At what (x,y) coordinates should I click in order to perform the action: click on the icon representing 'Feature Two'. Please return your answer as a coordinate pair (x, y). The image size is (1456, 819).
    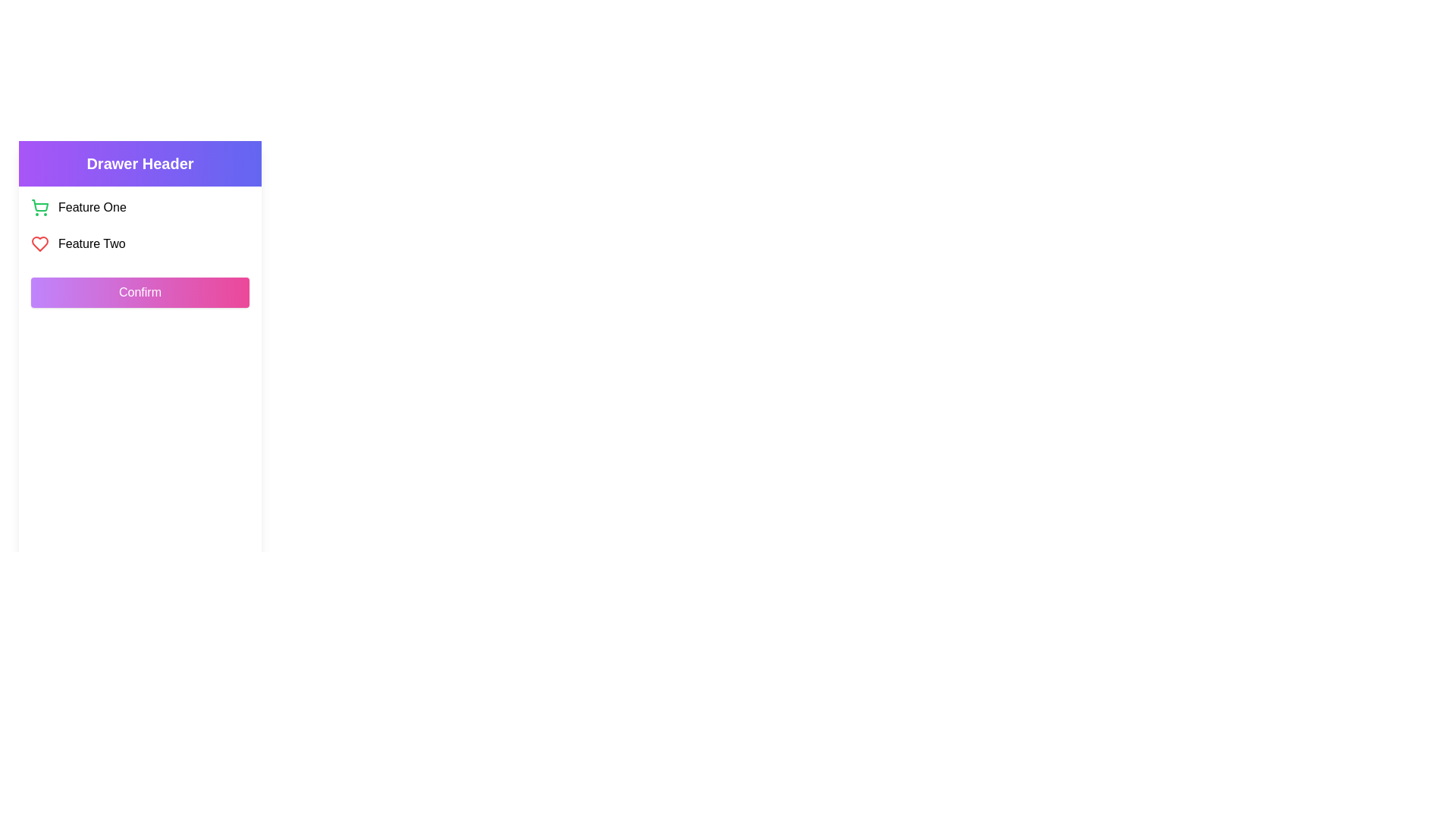
    Looking at the image, I should click on (39, 243).